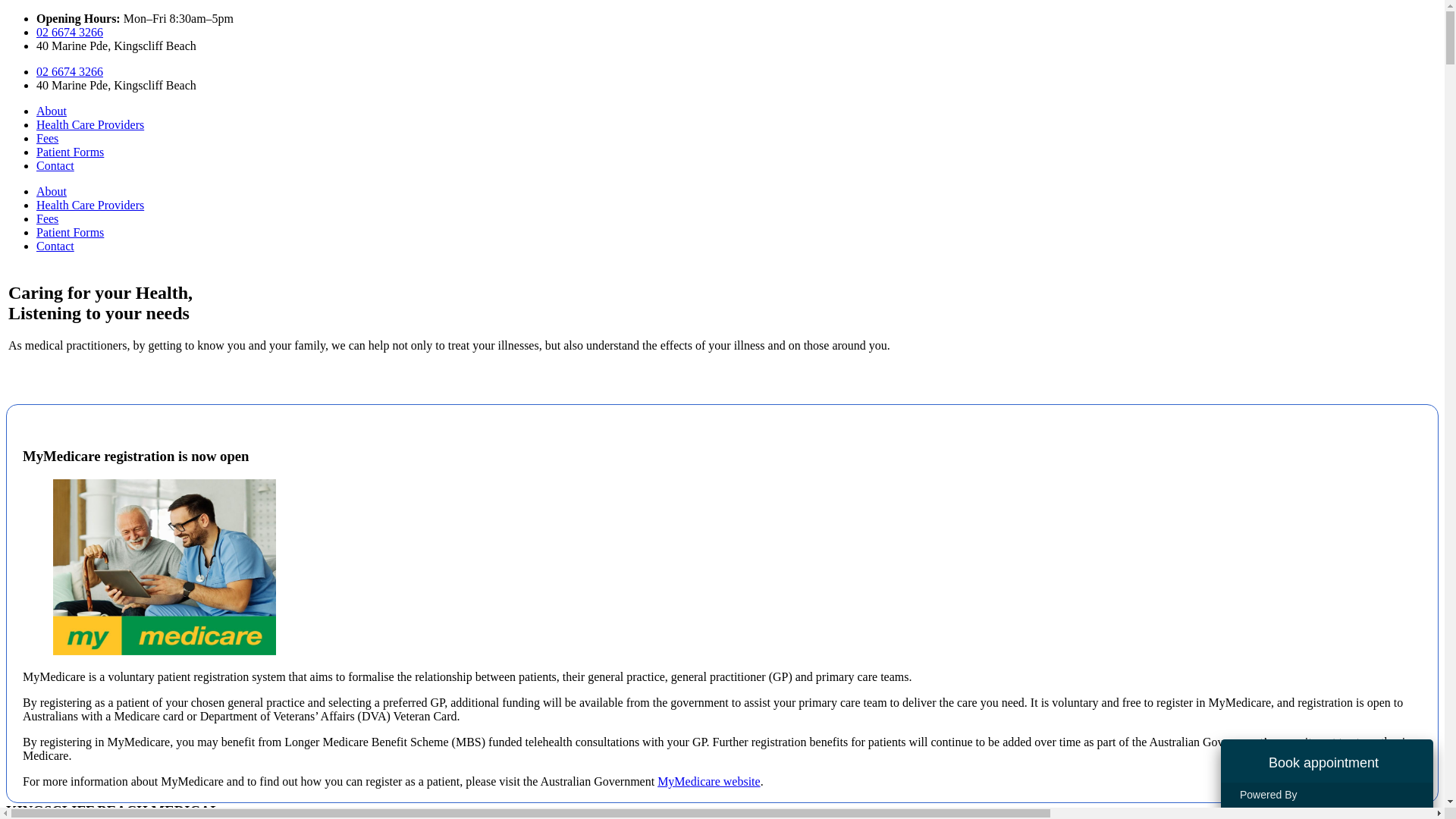 The height and width of the screenshot is (819, 1456). What do you see at coordinates (657, 781) in the screenshot?
I see `'MyMedicare website'` at bounding box center [657, 781].